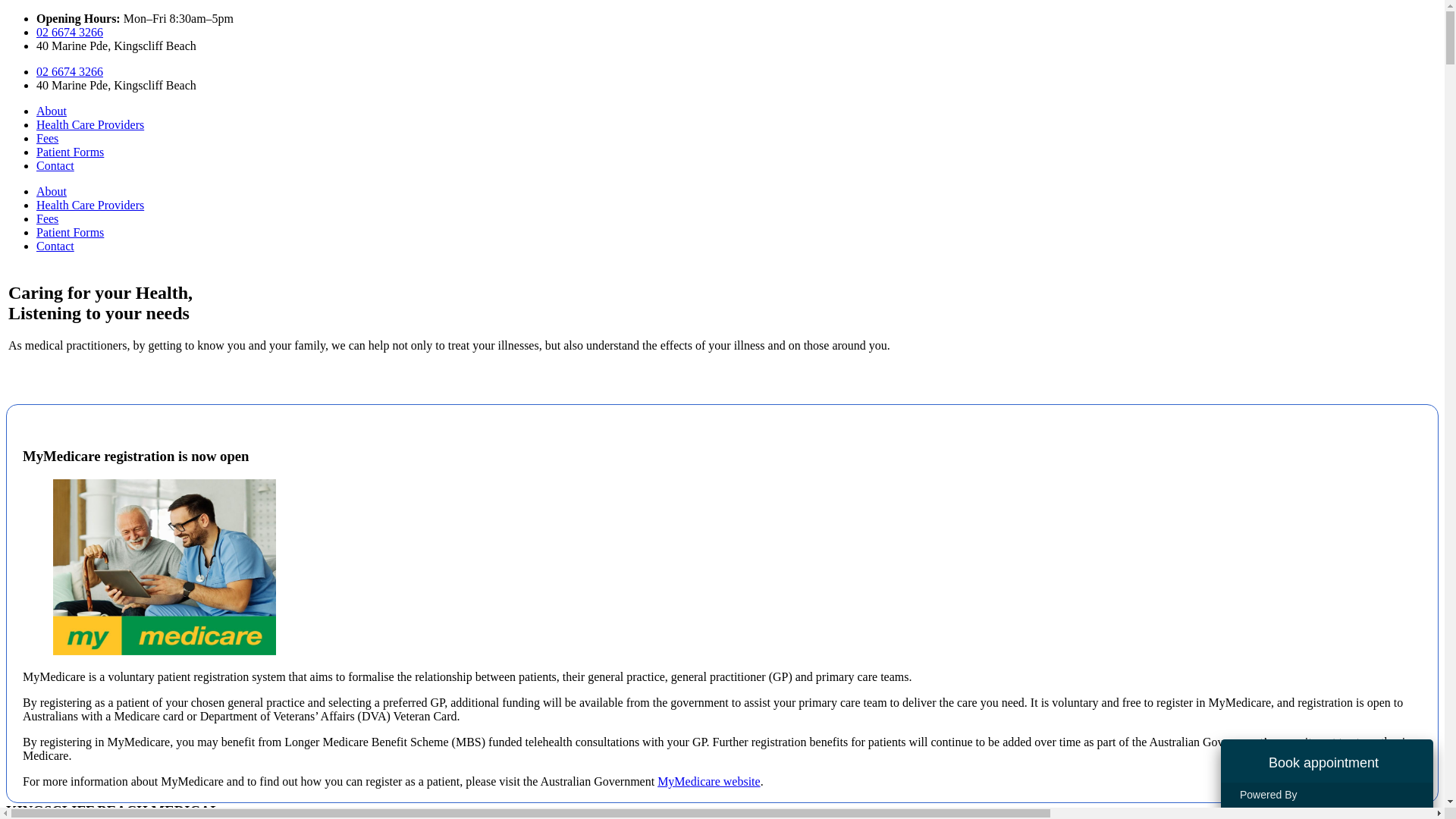 The height and width of the screenshot is (819, 1456). What do you see at coordinates (657, 781) in the screenshot?
I see `'MyMedicare website'` at bounding box center [657, 781].